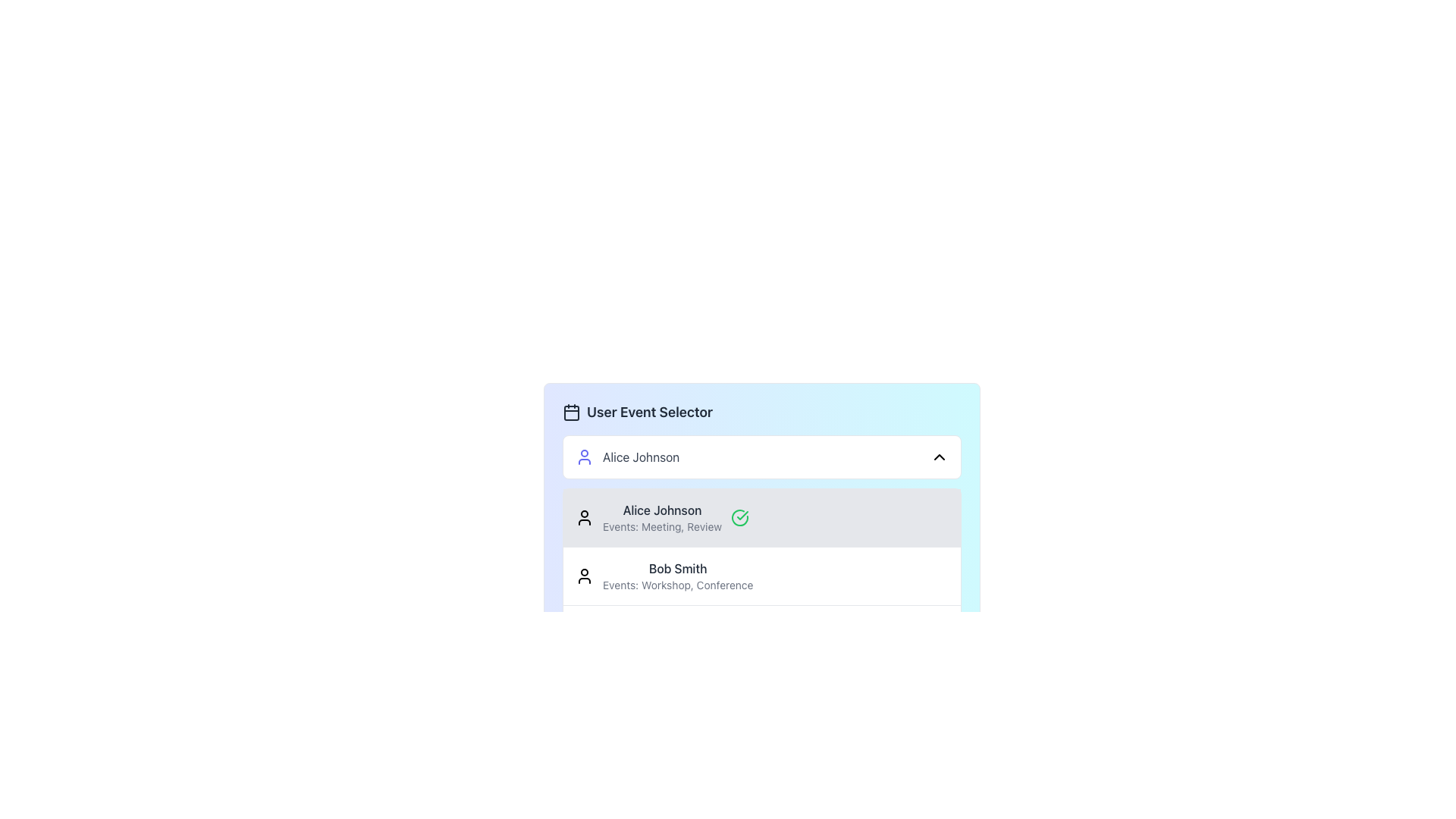 The image size is (1456, 819). What do you see at coordinates (742, 514) in the screenshot?
I see `the checkmark icon within the user event selector interface for 'Alice Johnson' if it is interactive` at bounding box center [742, 514].